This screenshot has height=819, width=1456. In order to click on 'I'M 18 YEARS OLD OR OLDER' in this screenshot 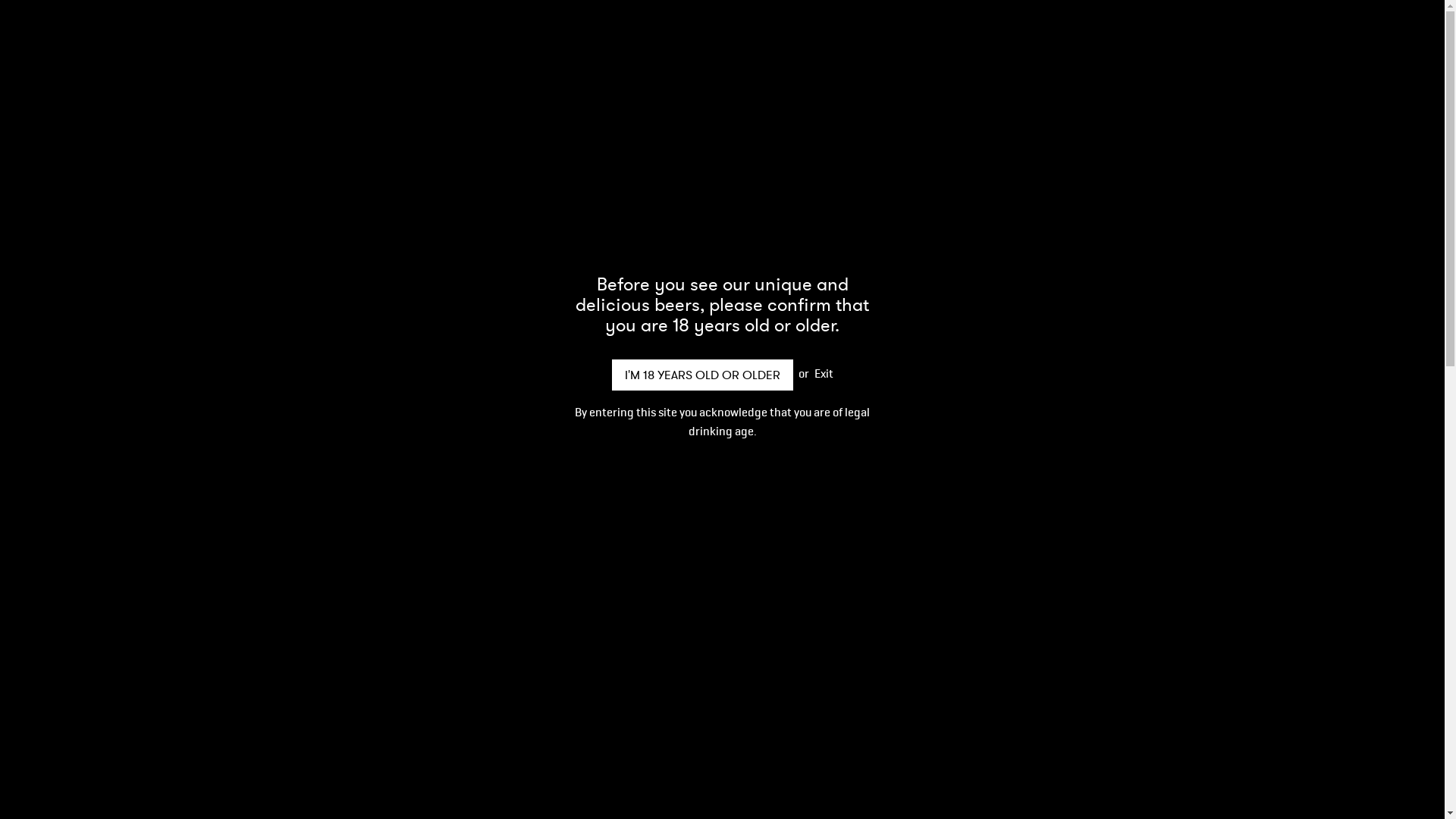, I will do `click(701, 375)`.